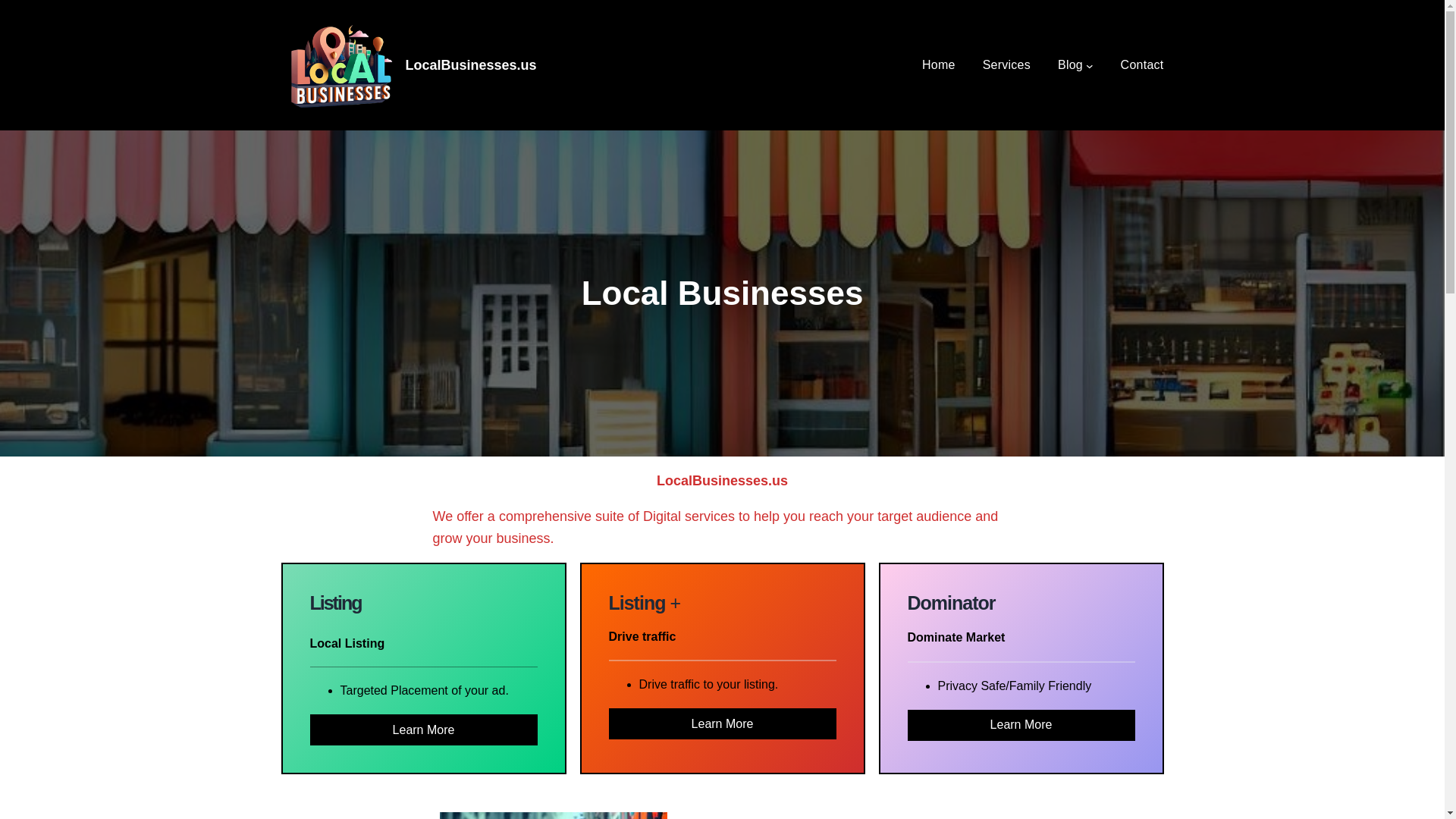 This screenshot has height=819, width=1456. What do you see at coordinates (1142, 64) in the screenshot?
I see `'Contact'` at bounding box center [1142, 64].